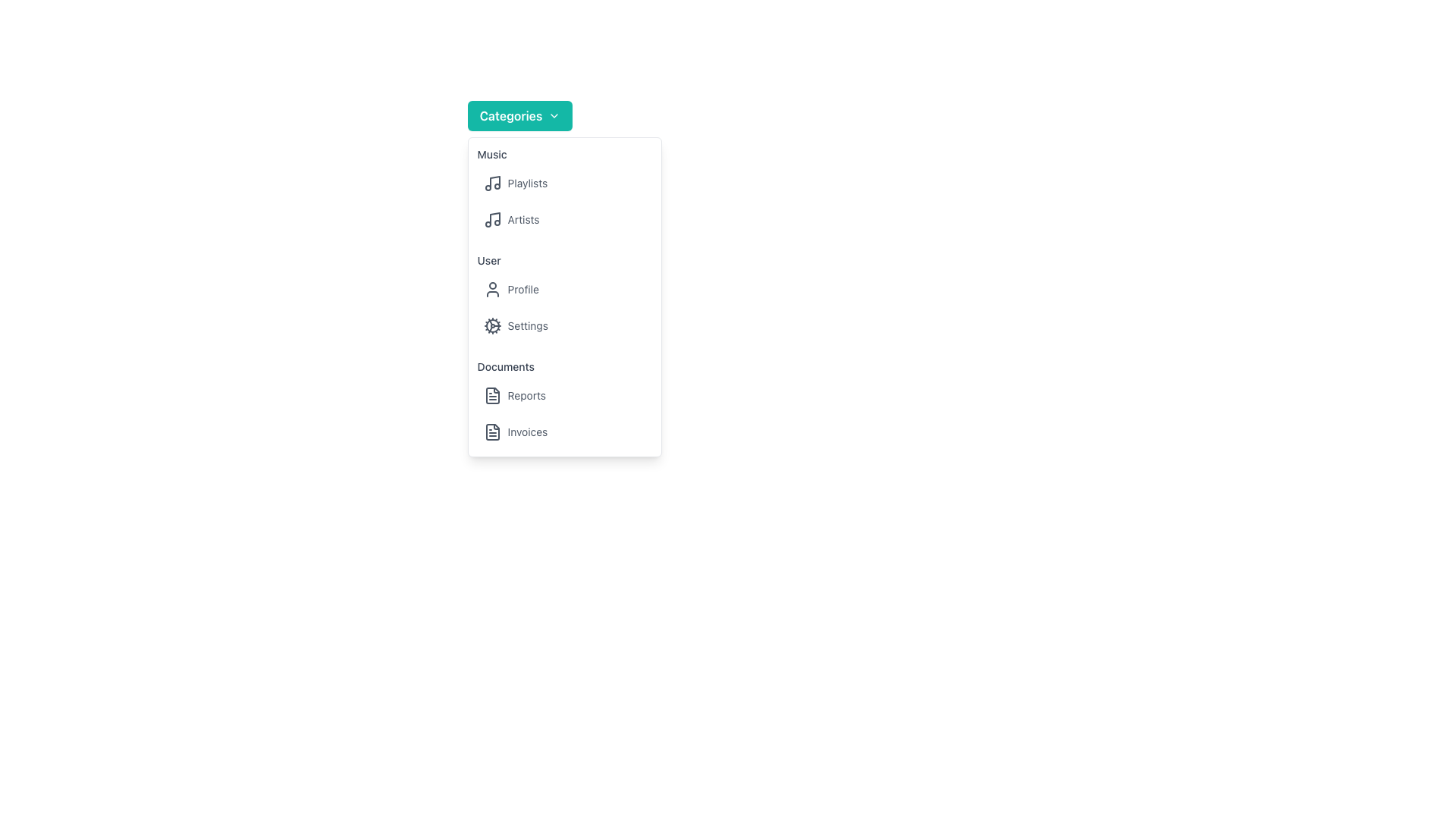  What do you see at coordinates (523, 219) in the screenshot?
I see `the text label reading 'Artists' located in the second item of the 'Music' section of the vertical menu, which is aligned next to a music icon` at bounding box center [523, 219].